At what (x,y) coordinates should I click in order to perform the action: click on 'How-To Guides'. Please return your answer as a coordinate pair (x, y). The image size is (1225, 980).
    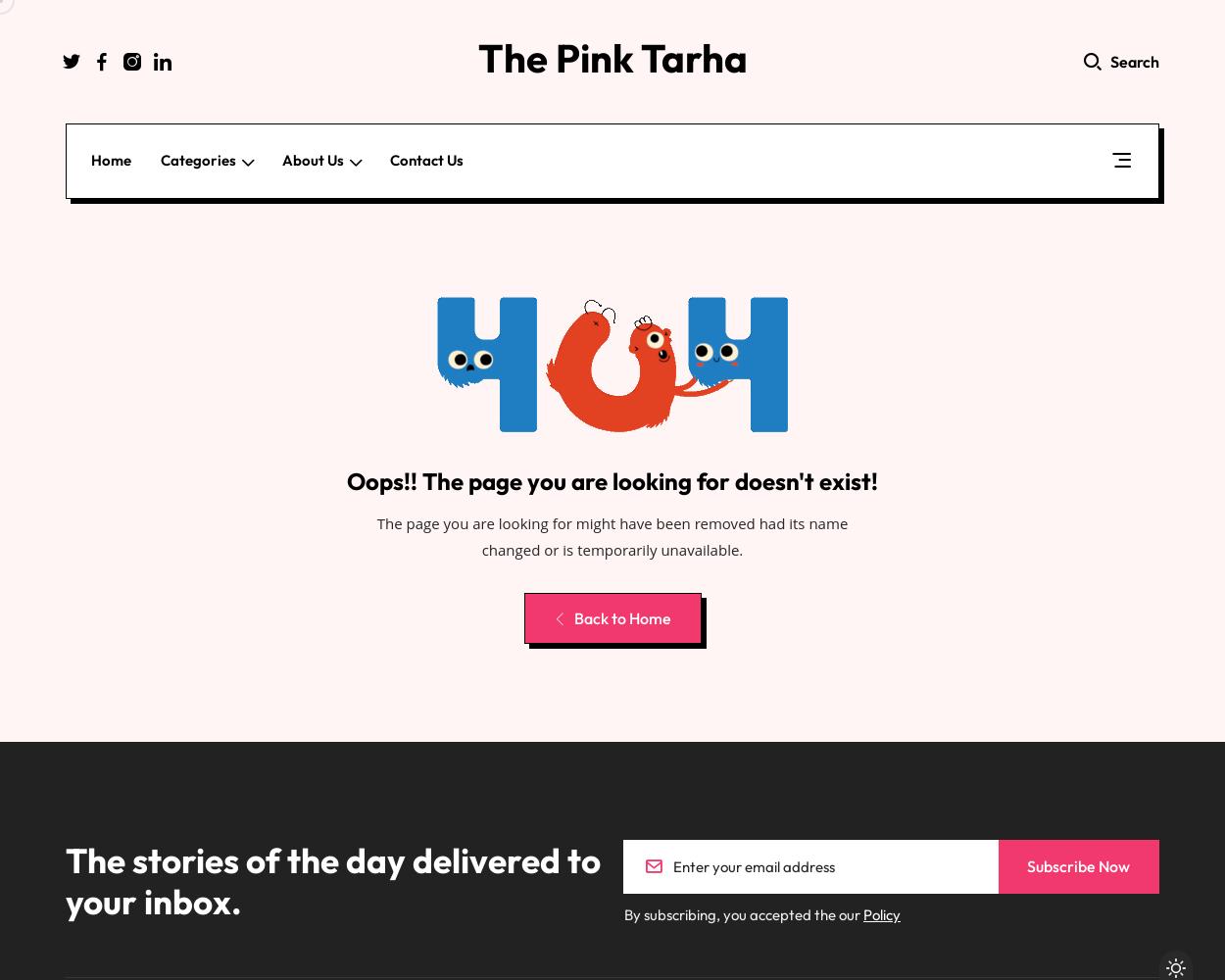
    Looking at the image, I should click on (185, 351).